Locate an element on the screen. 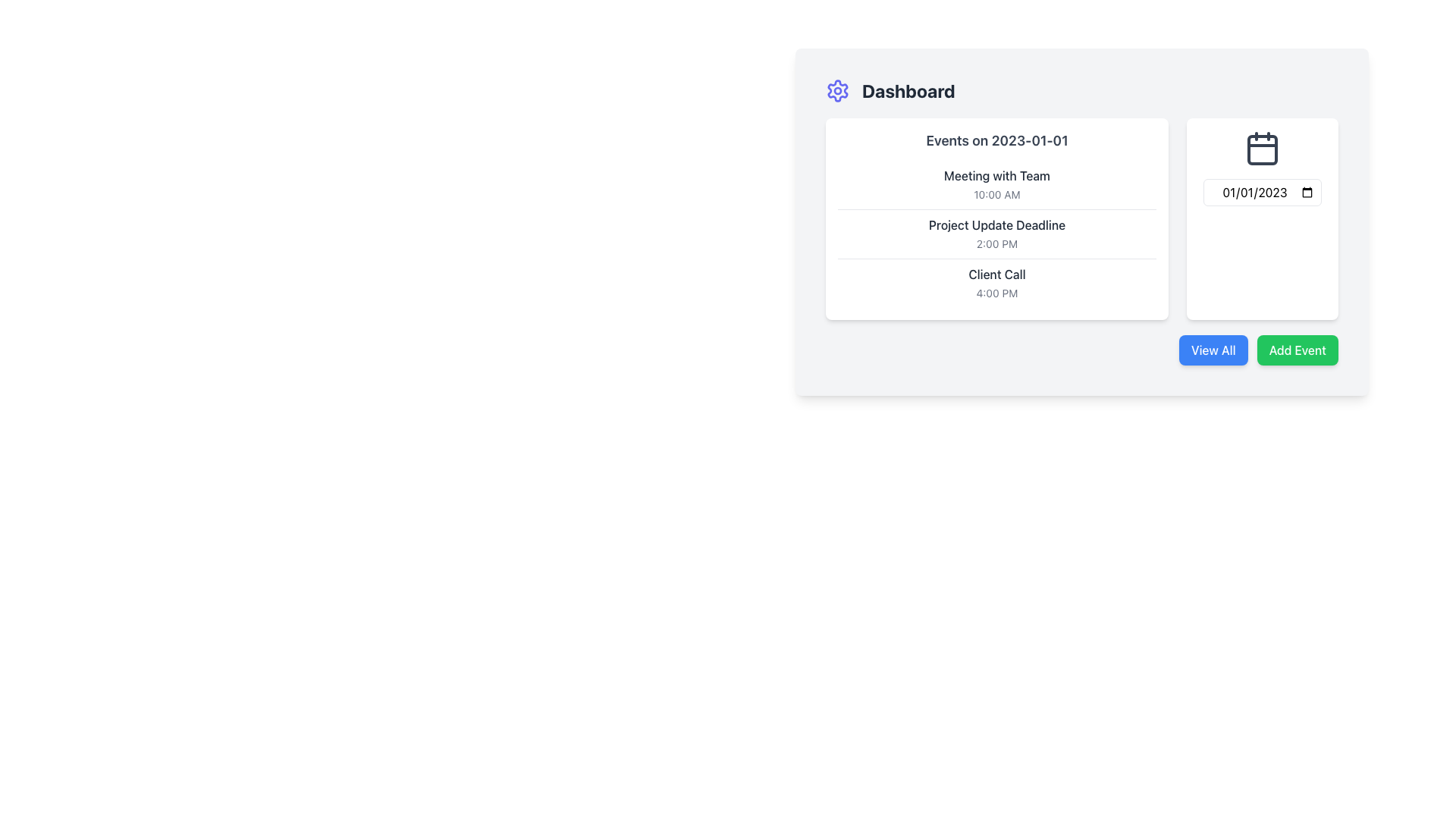  the text label displaying '4:00 PM', which is a smaller gray font indicating a timestamp located beneath 'Client Call' in the right-hand column of the central event list panel is located at coordinates (997, 293).